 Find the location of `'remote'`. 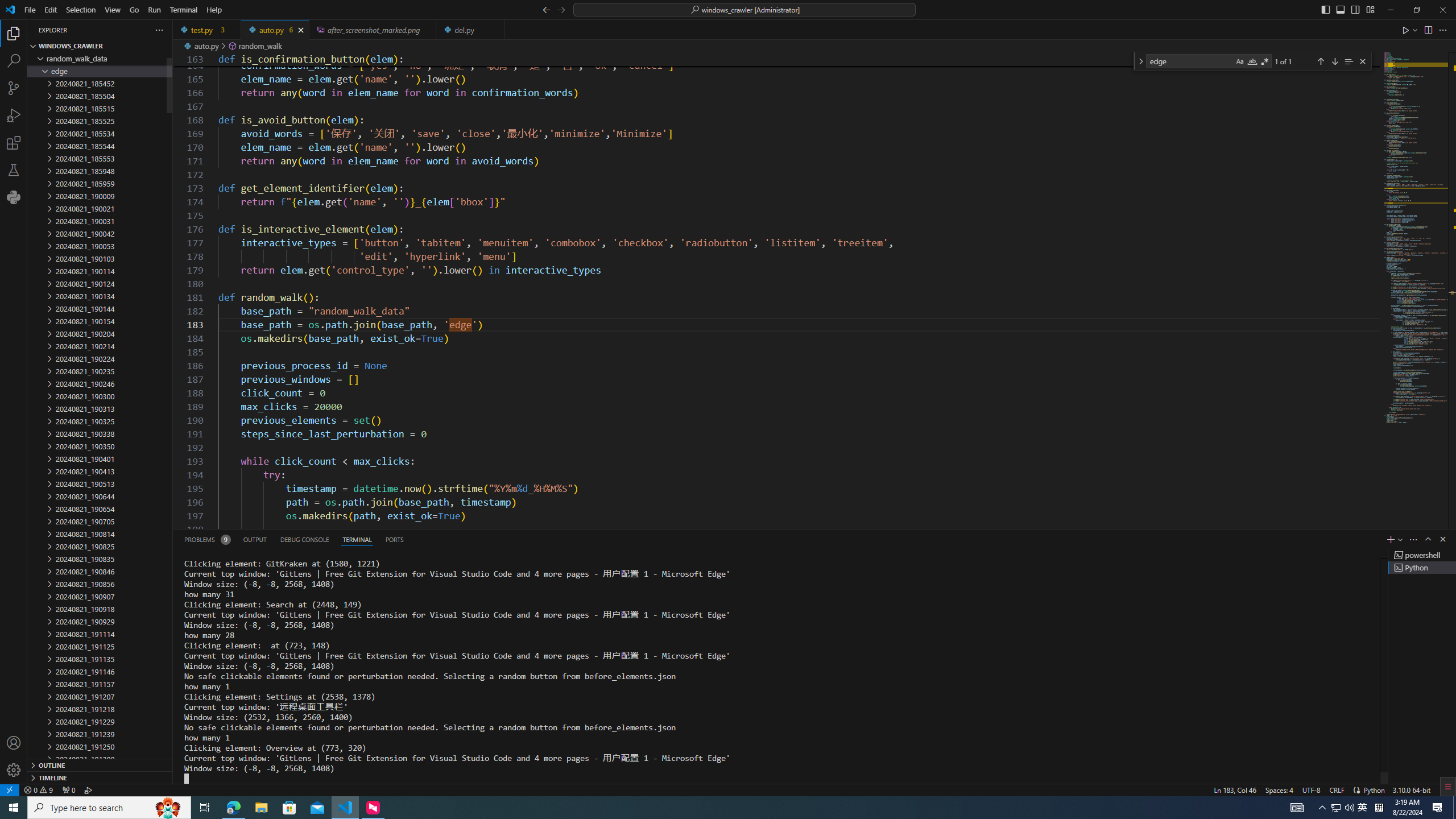

'remote' is located at coordinates (9, 789).